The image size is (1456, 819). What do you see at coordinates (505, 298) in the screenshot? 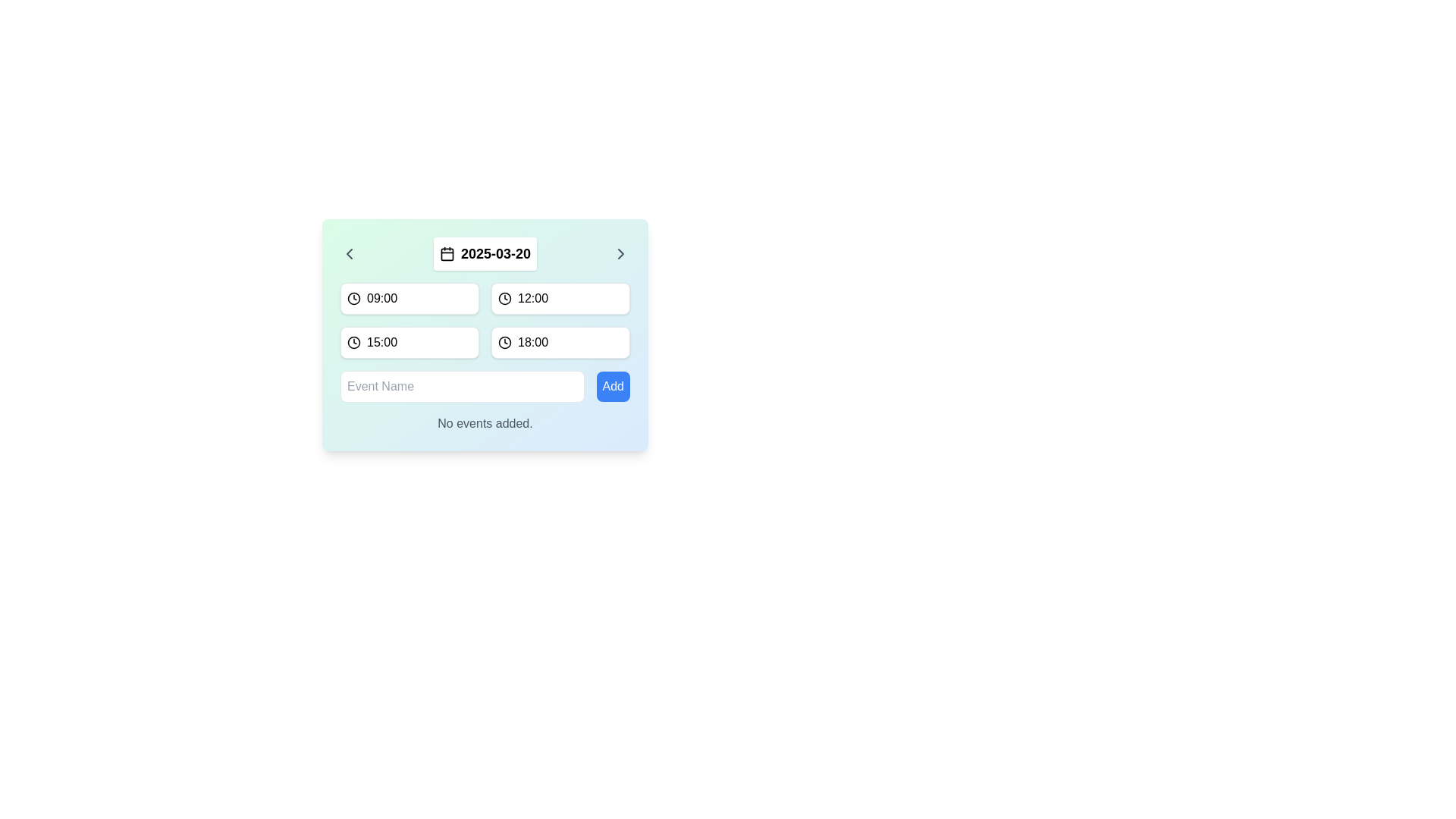
I see `the minimalist clock icon, which is a circular outline with two hands, located to the left of the time text '12:00' in a card displaying scheduled times` at bounding box center [505, 298].